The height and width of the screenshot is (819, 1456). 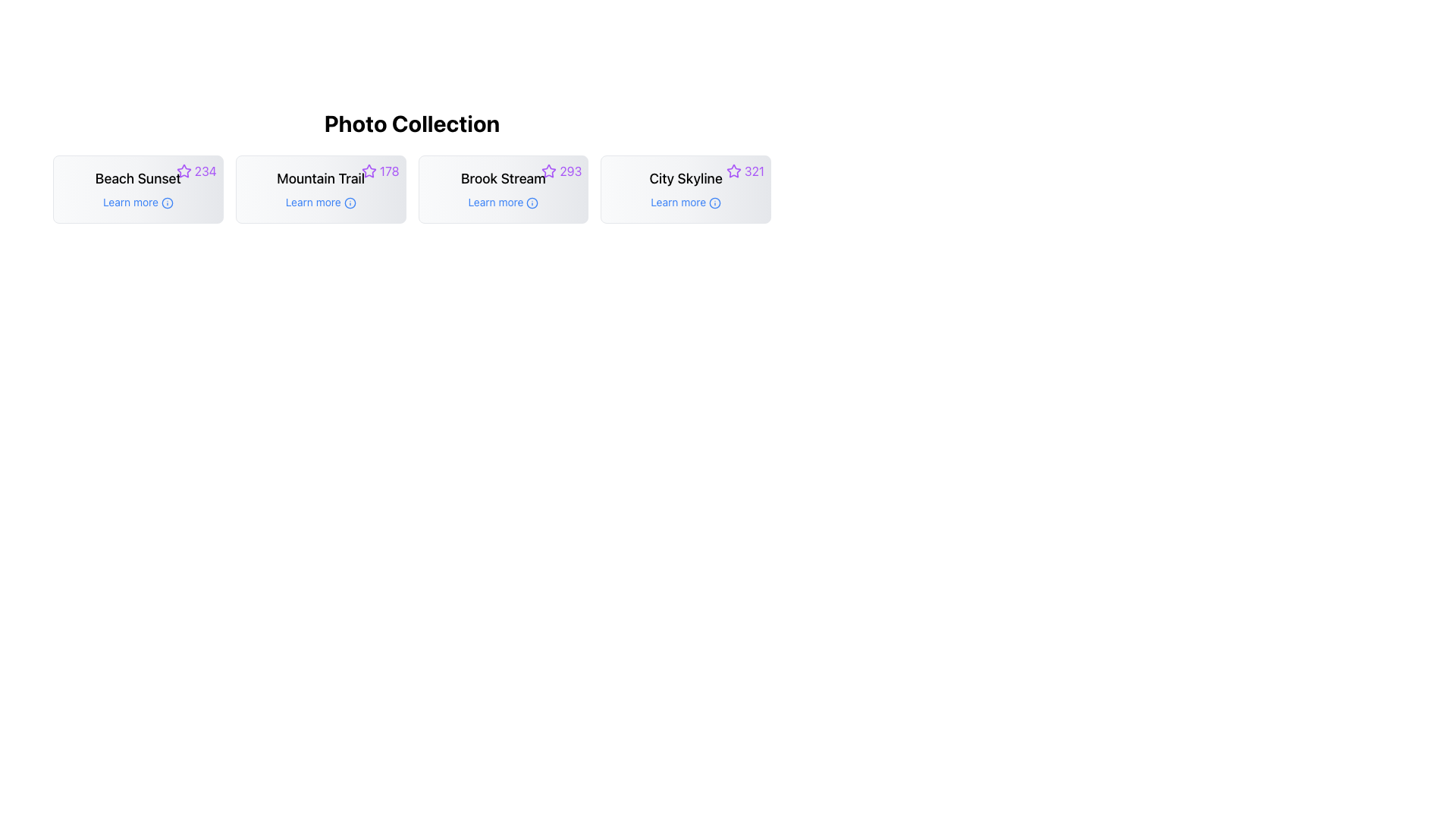 I want to click on the help icon located to the right of the 'Learn more' link beneath the 'Brook Stream' card in the 'Photo Collection' section to provide additional information or help, so click(x=532, y=202).